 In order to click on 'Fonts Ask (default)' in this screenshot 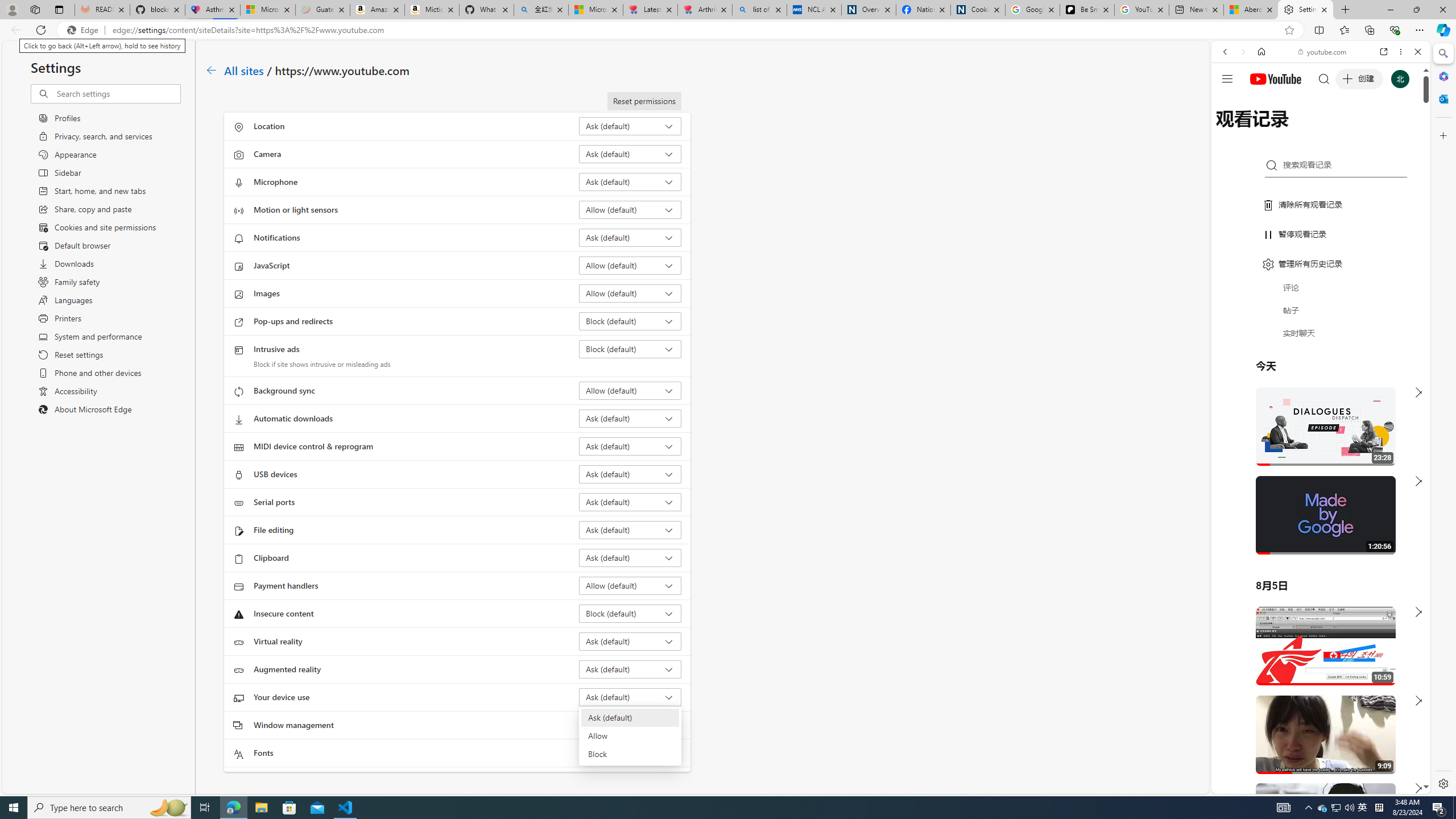, I will do `click(630, 753)`.